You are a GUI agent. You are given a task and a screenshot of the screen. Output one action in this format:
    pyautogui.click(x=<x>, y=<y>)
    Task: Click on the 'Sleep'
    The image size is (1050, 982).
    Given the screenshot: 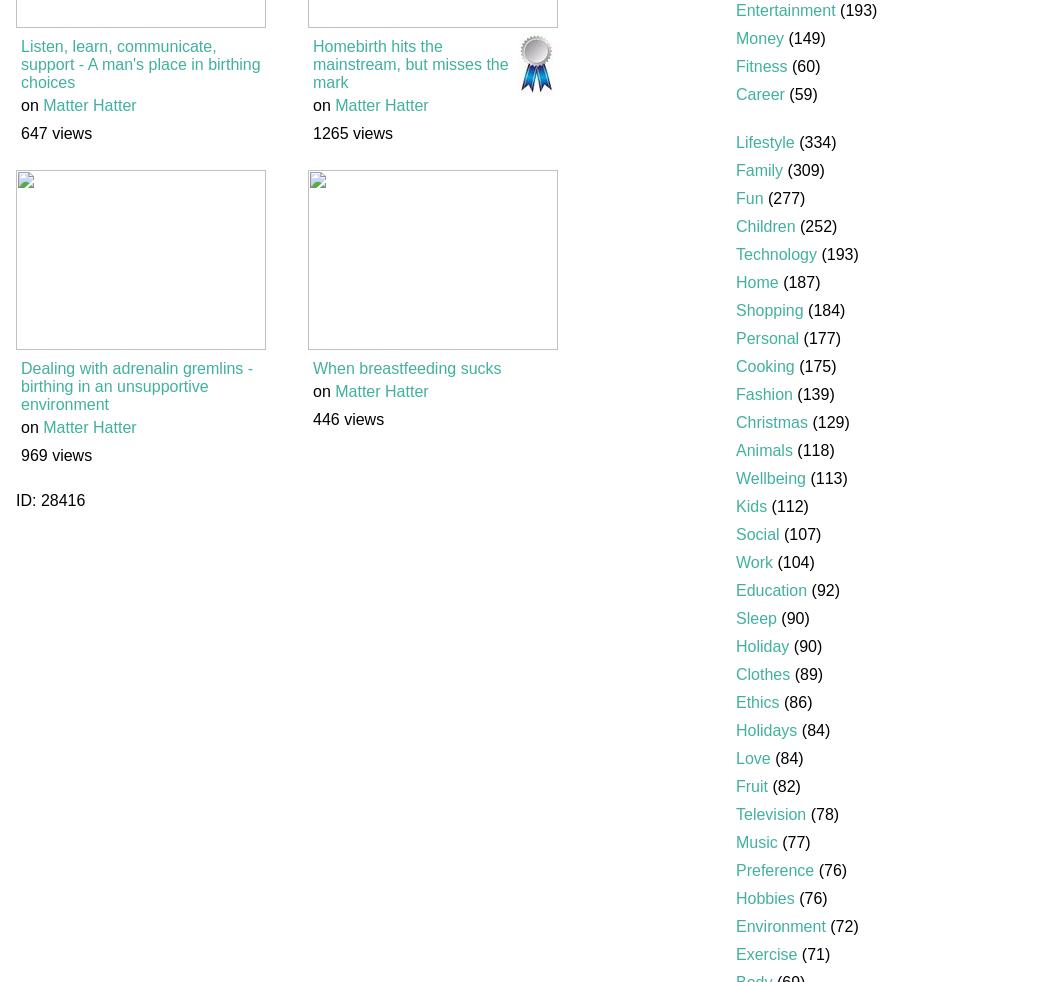 What is the action you would take?
    pyautogui.click(x=756, y=617)
    